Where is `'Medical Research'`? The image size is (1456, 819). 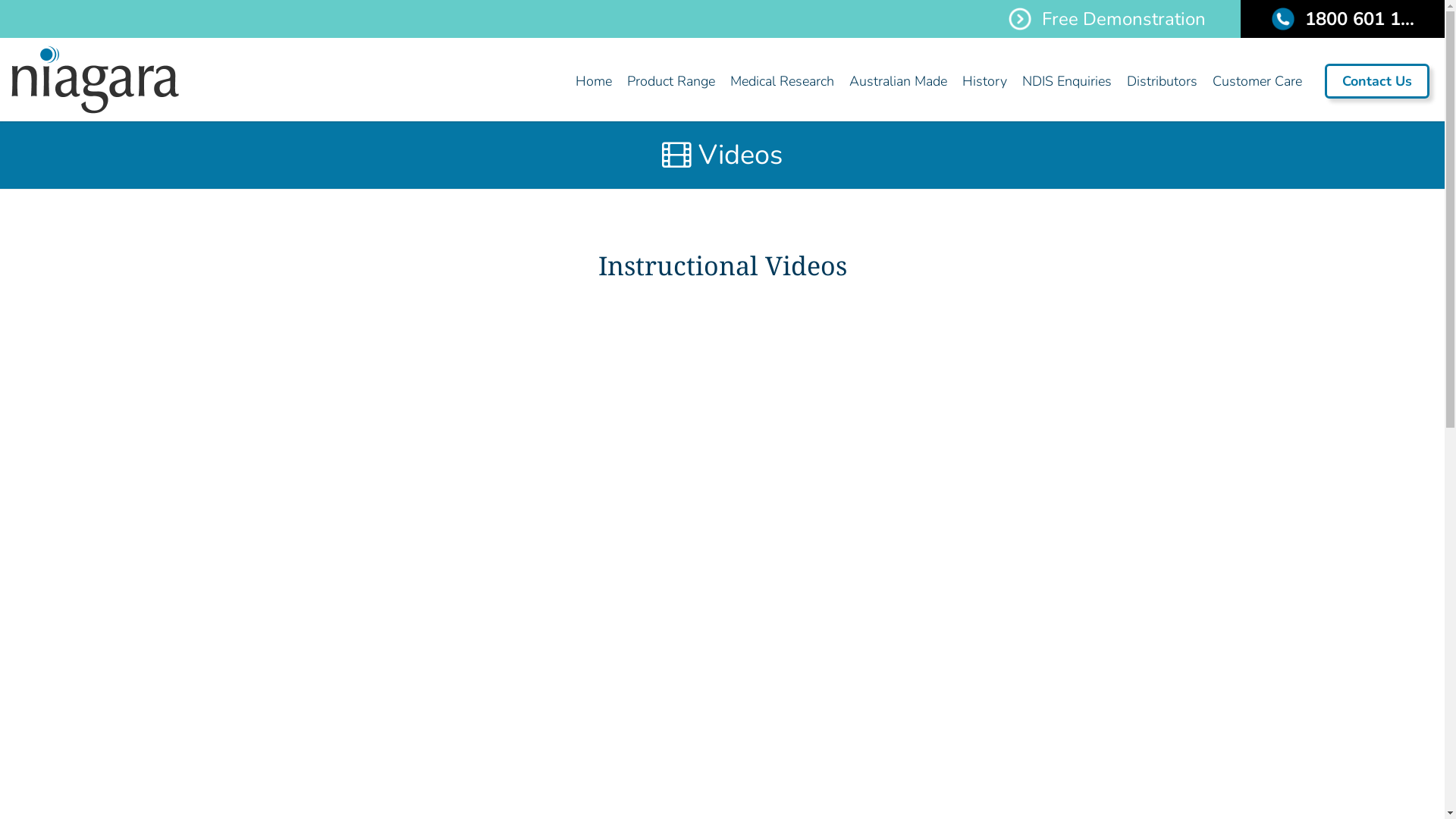
'Medical Research' is located at coordinates (782, 81).